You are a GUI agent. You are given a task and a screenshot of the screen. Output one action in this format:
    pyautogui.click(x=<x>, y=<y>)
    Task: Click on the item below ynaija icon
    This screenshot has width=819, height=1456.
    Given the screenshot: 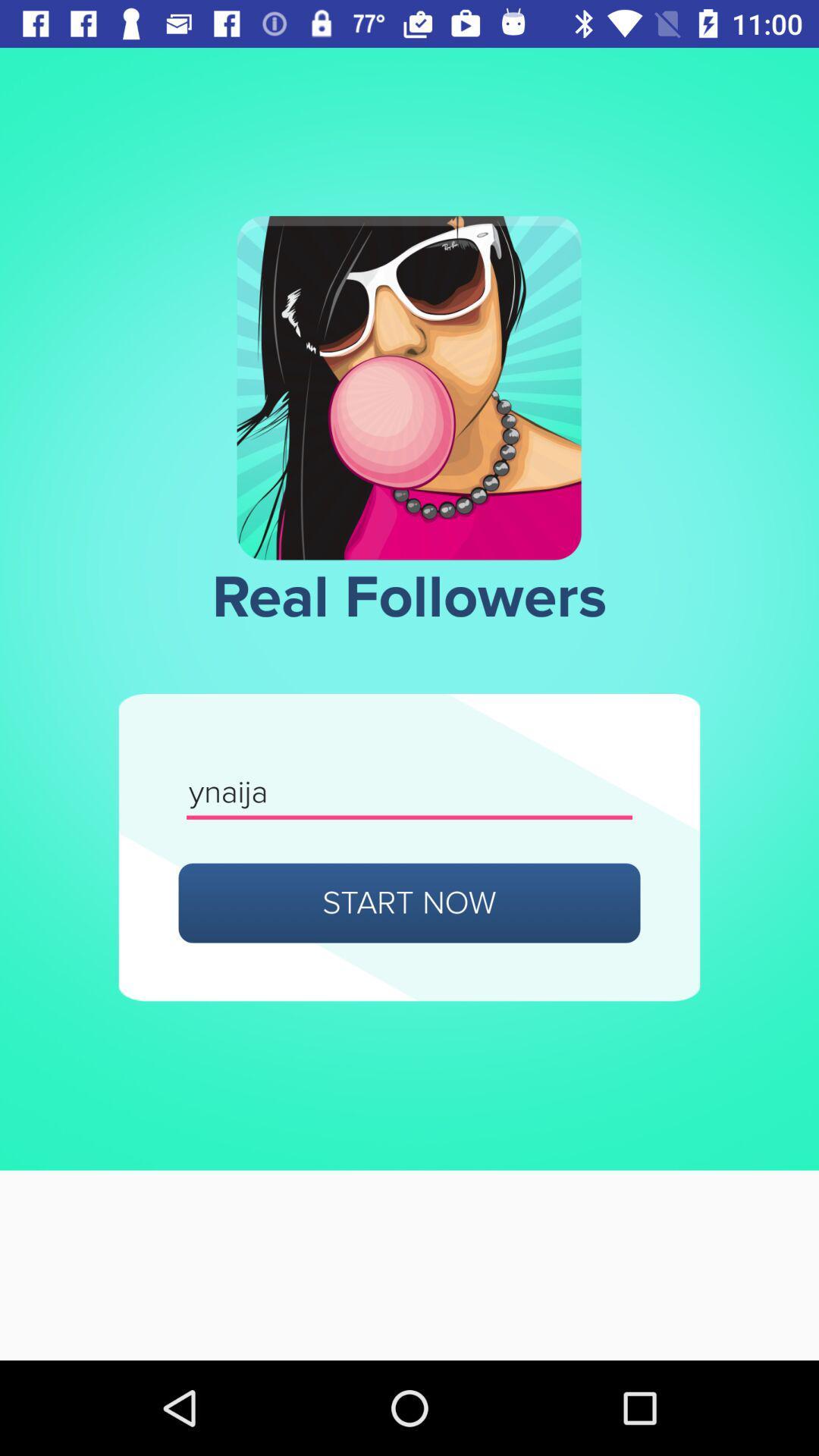 What is the action you would take?
    pyautogui.click(x=409, y=902)
    